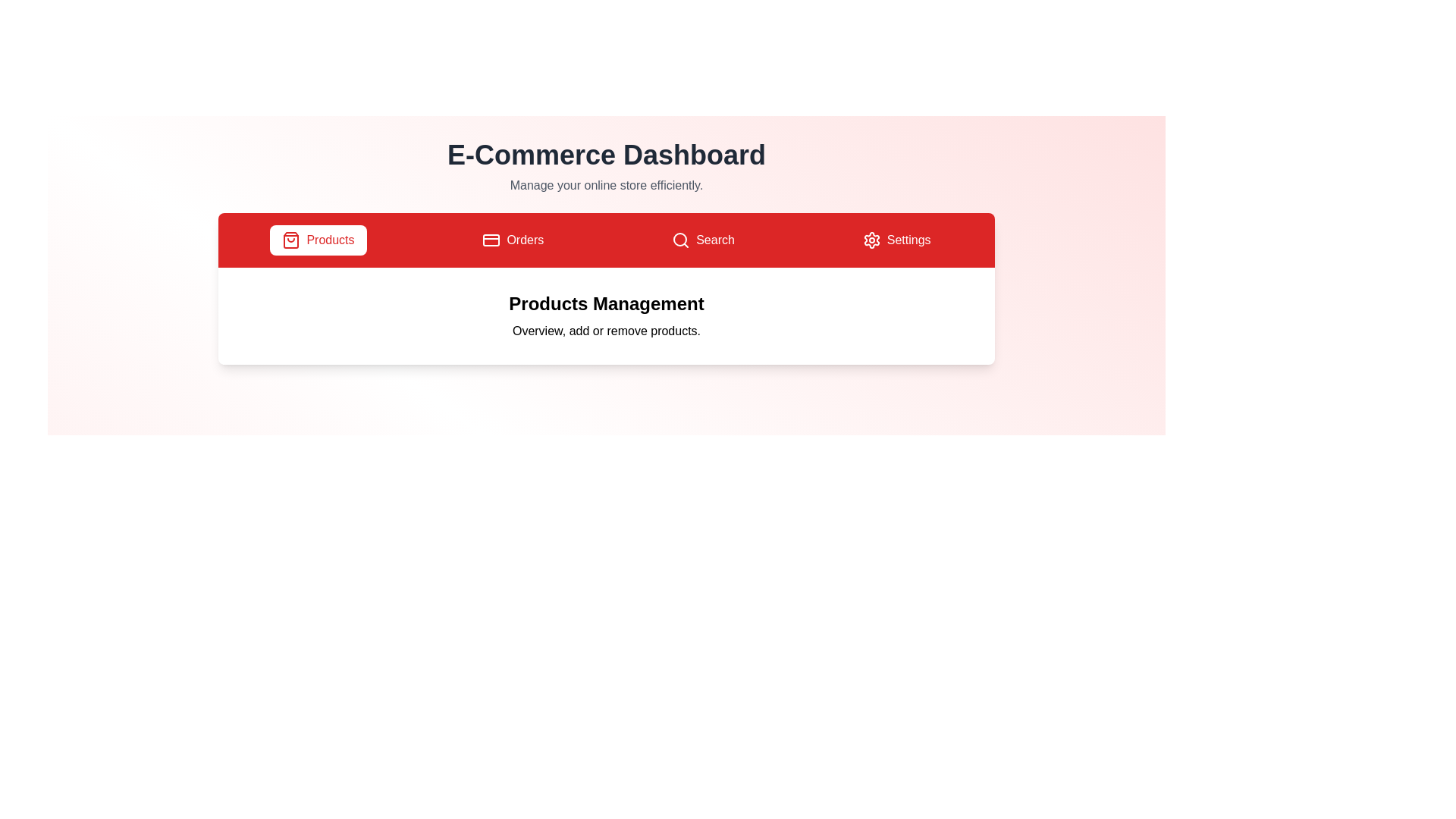 The image size is (1456, 819). What do you see at coordinates (679, 239) in the screenshot?
I see `the circular part of the 'Search' icon located in the red navigation bar, positioned between the 'Orders' and 'Settings' icons` at bounding box center [679, 239].